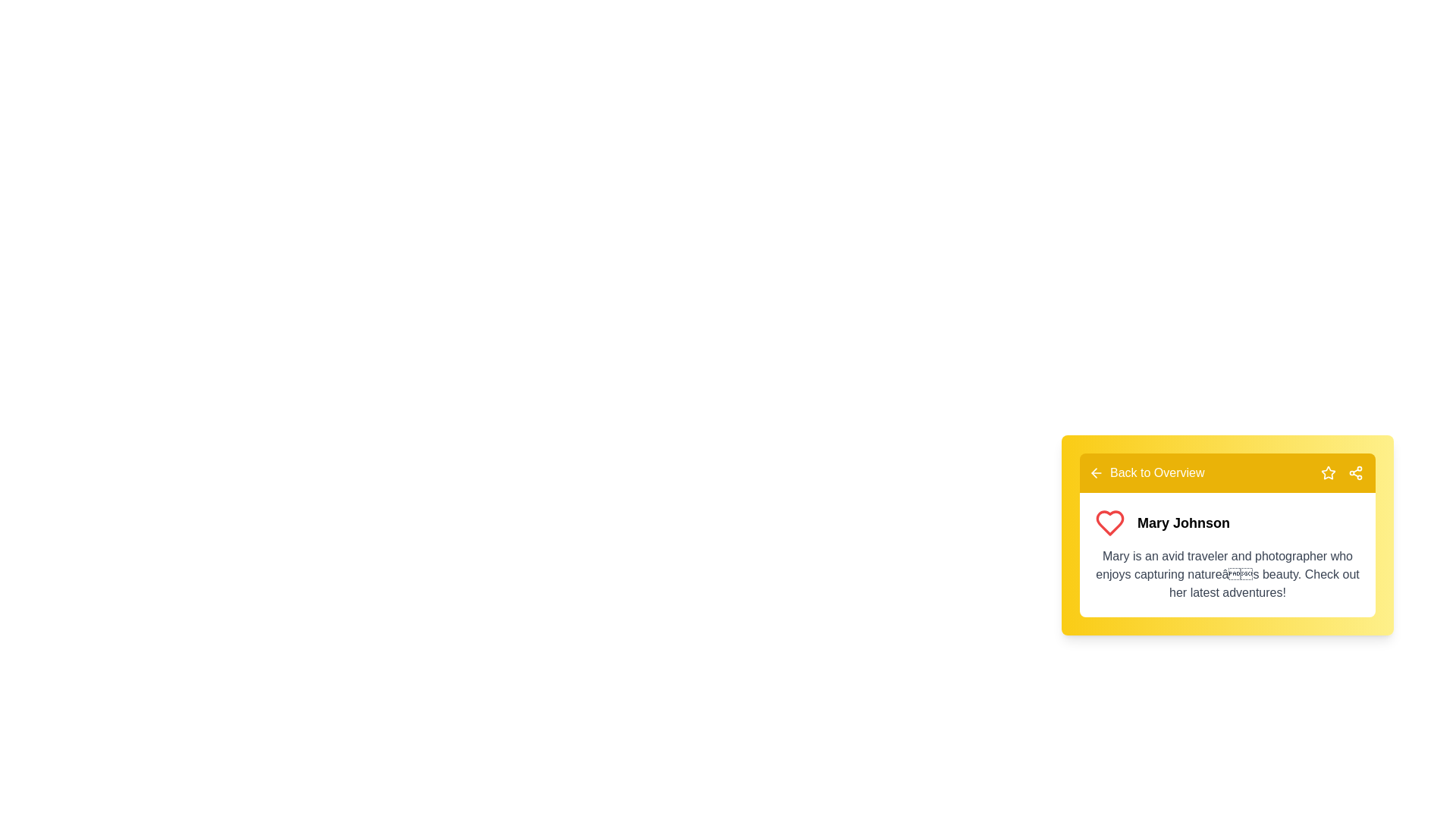 The image size is (1456, 819). Describe the element at coordinates (1110, 522) in the screenshot. I see `the heart-shaped icon with a red stroke located at the top left corner of the user profile card, adjacent to the text 'Mary Johnson'` at that location.